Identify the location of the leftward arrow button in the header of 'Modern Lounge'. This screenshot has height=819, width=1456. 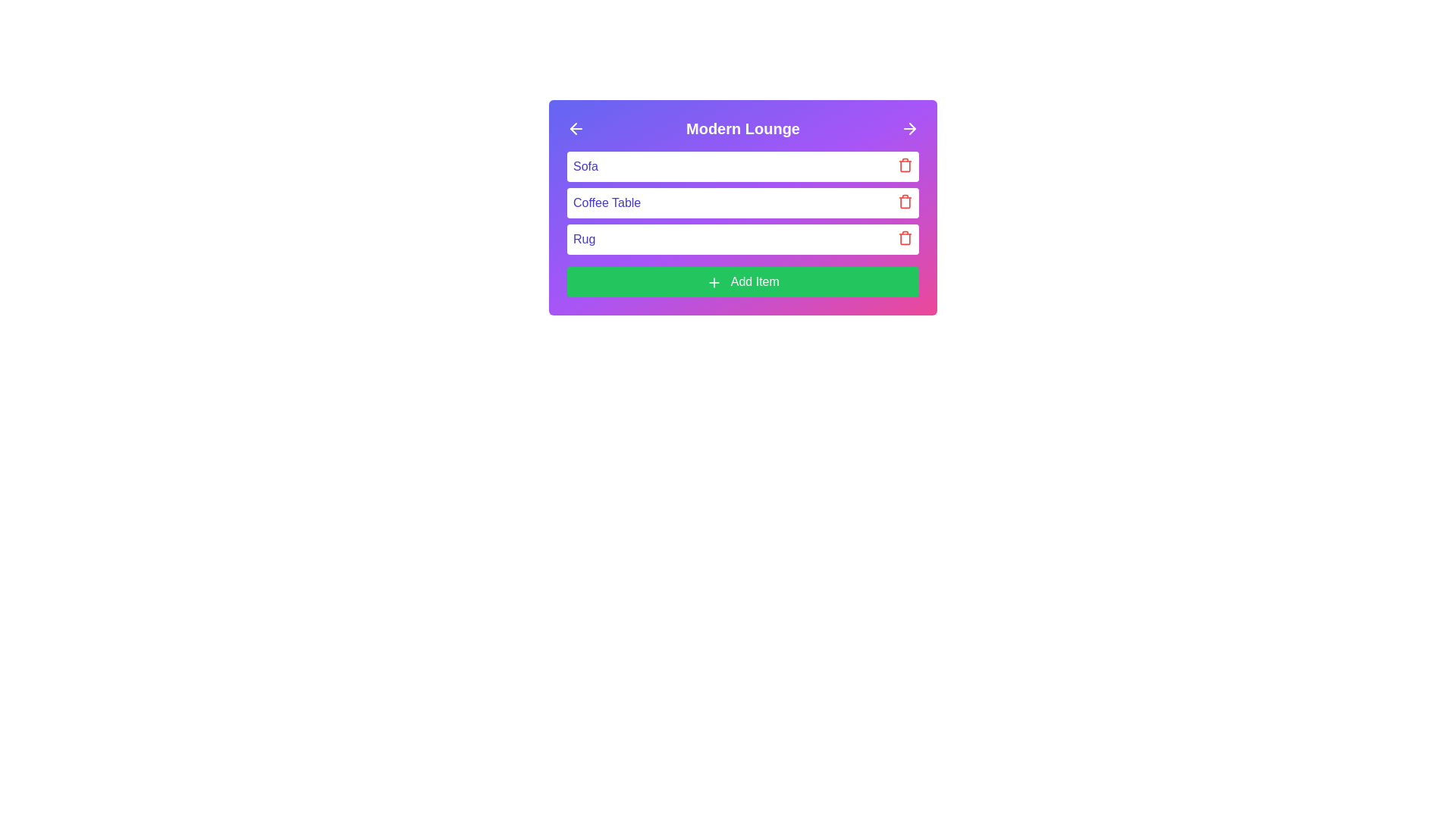
(575, 127).